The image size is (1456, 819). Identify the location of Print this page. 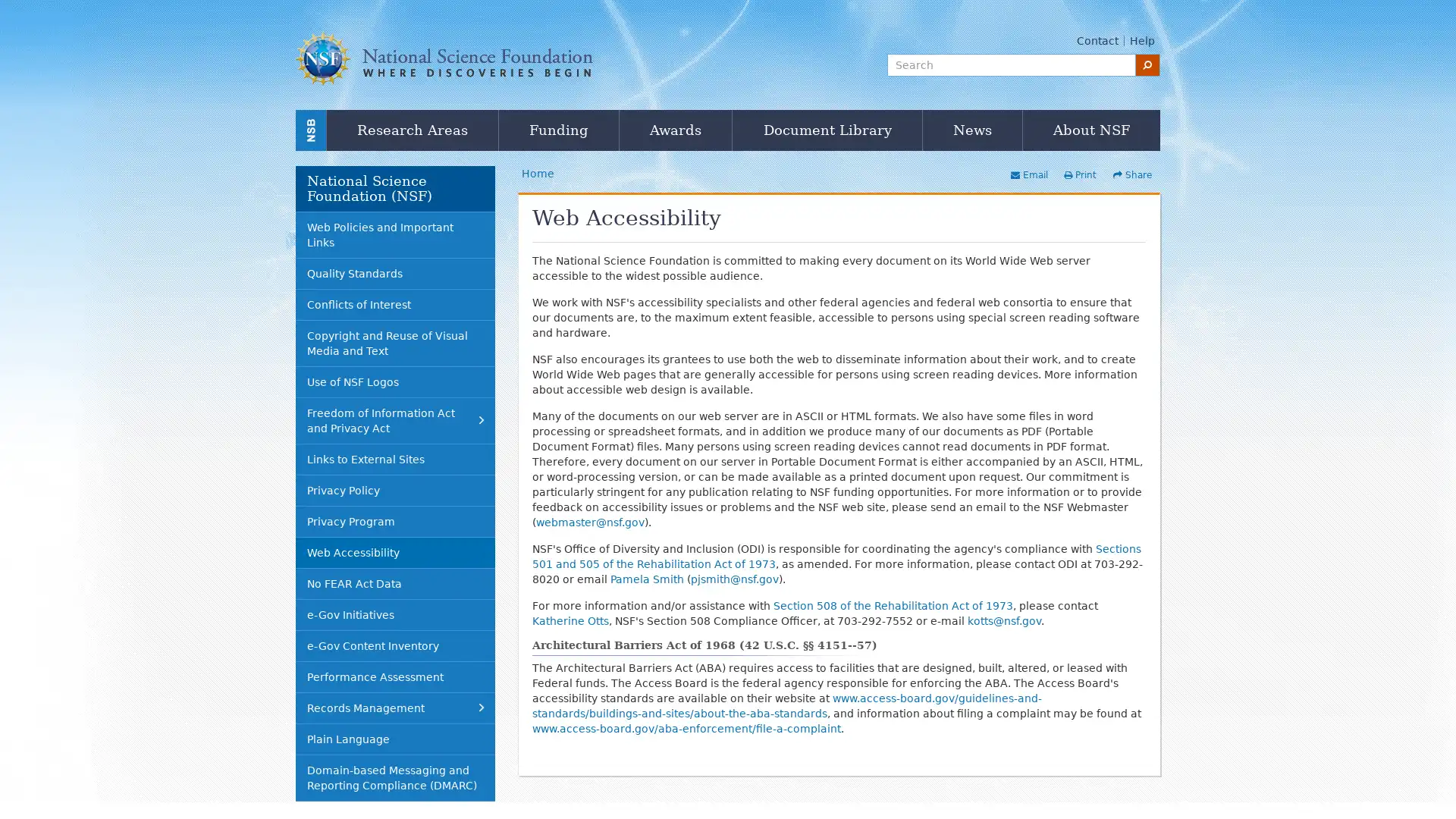
(1078, 174).